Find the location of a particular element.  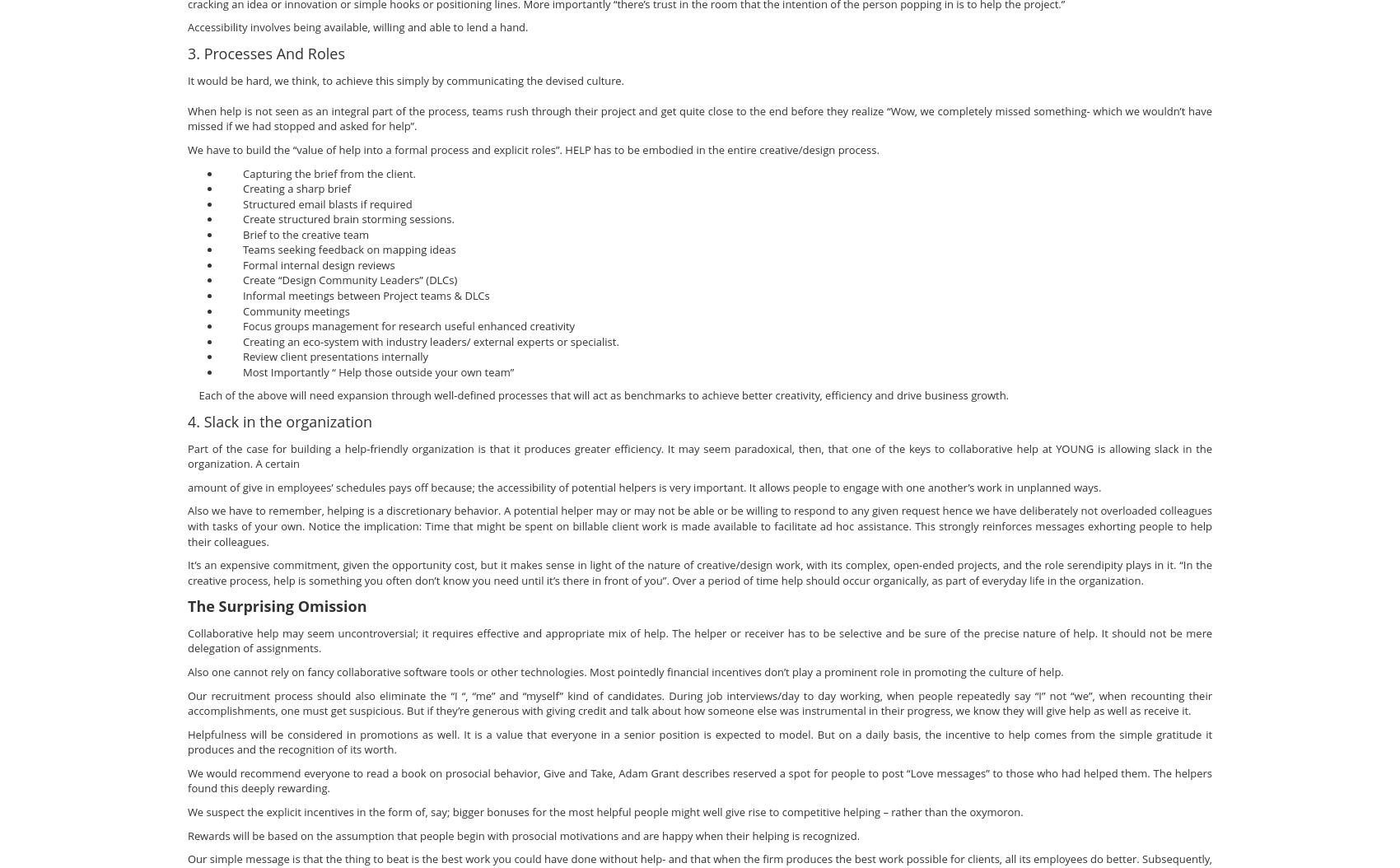

'Creating a sharp brief' is located at coordinates (284, 189).